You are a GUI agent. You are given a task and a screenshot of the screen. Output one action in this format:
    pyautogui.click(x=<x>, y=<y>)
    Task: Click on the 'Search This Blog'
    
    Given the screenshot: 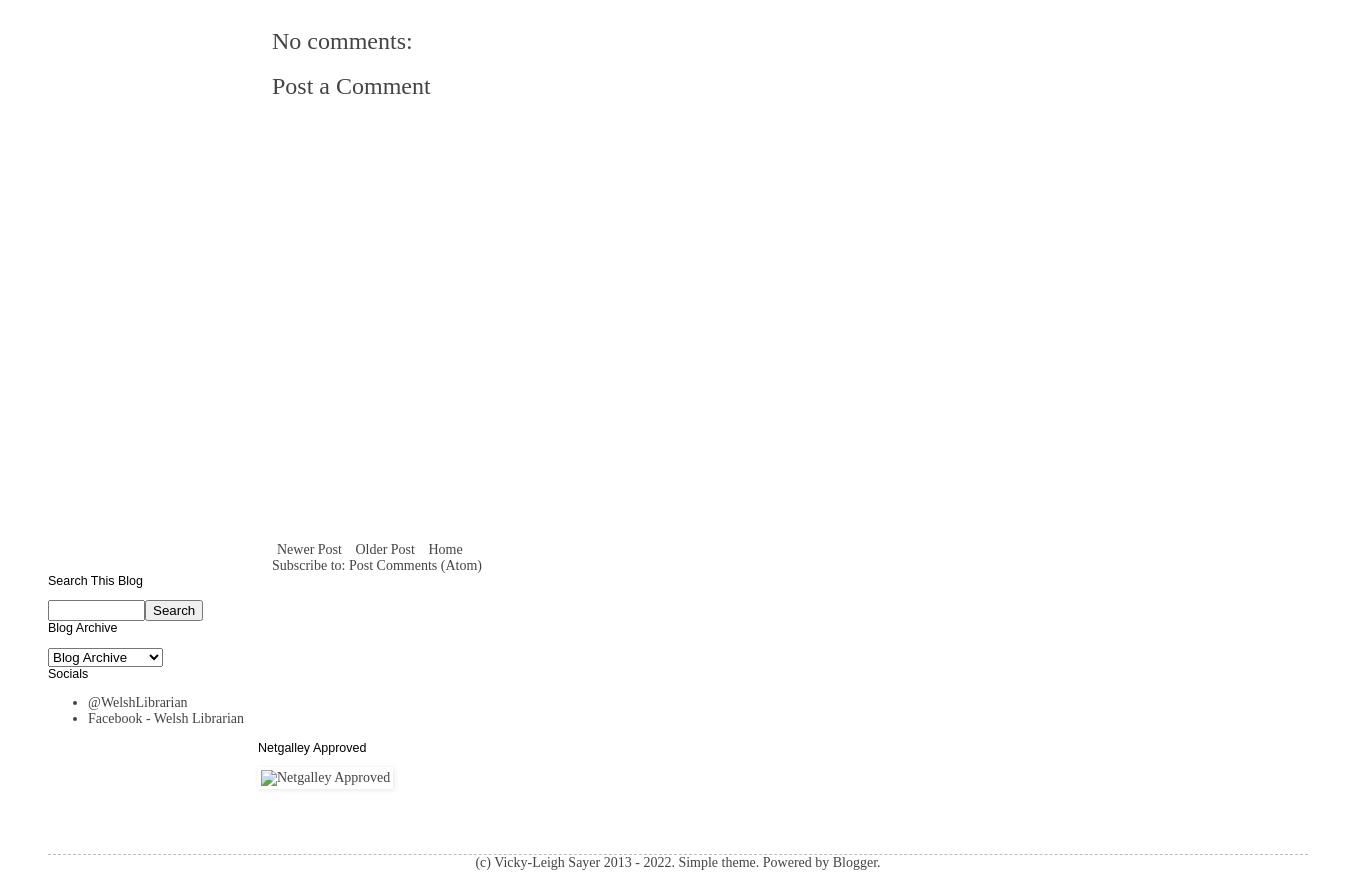 What is the action you would take?
    pyautogui.click(x=46, y=579)
    